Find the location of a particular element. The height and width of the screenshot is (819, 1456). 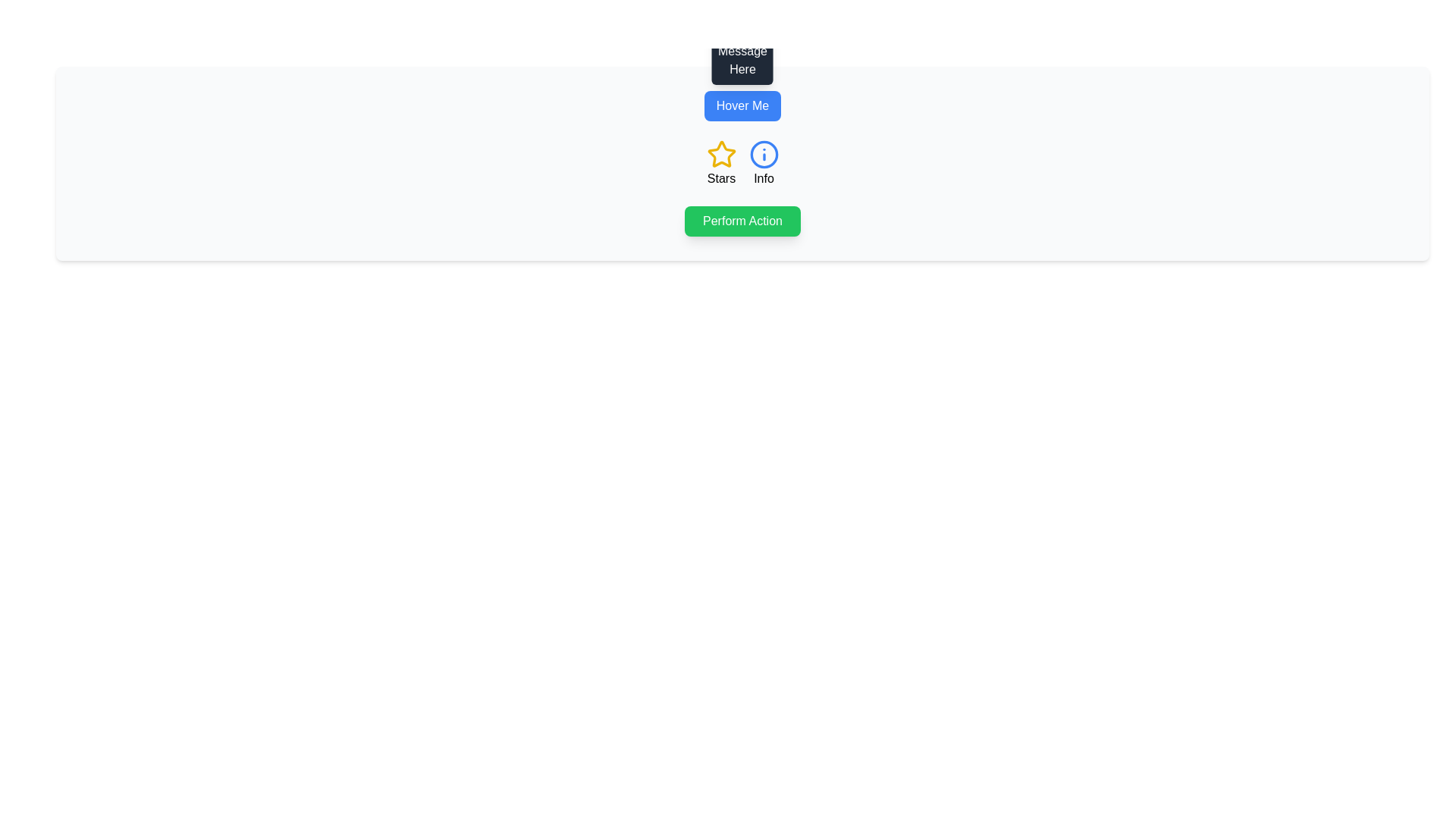

the informational icon with label located in the lower right section of the 'StarsInfo' group, positioned to the right of the 'Stars' icon for visual information is located at coordinates (764, 164).